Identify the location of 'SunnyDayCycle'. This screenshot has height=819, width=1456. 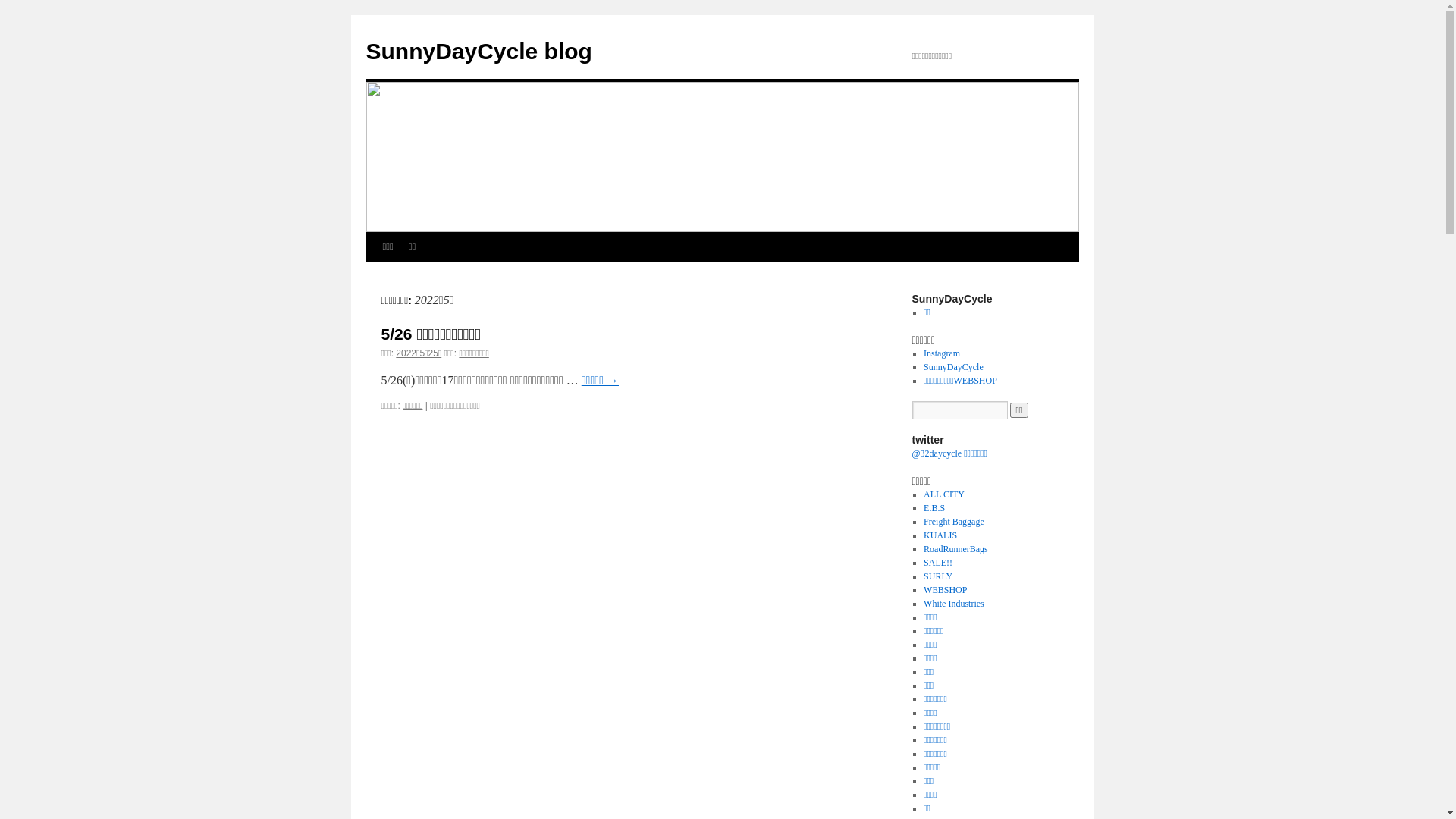
(952, 366).